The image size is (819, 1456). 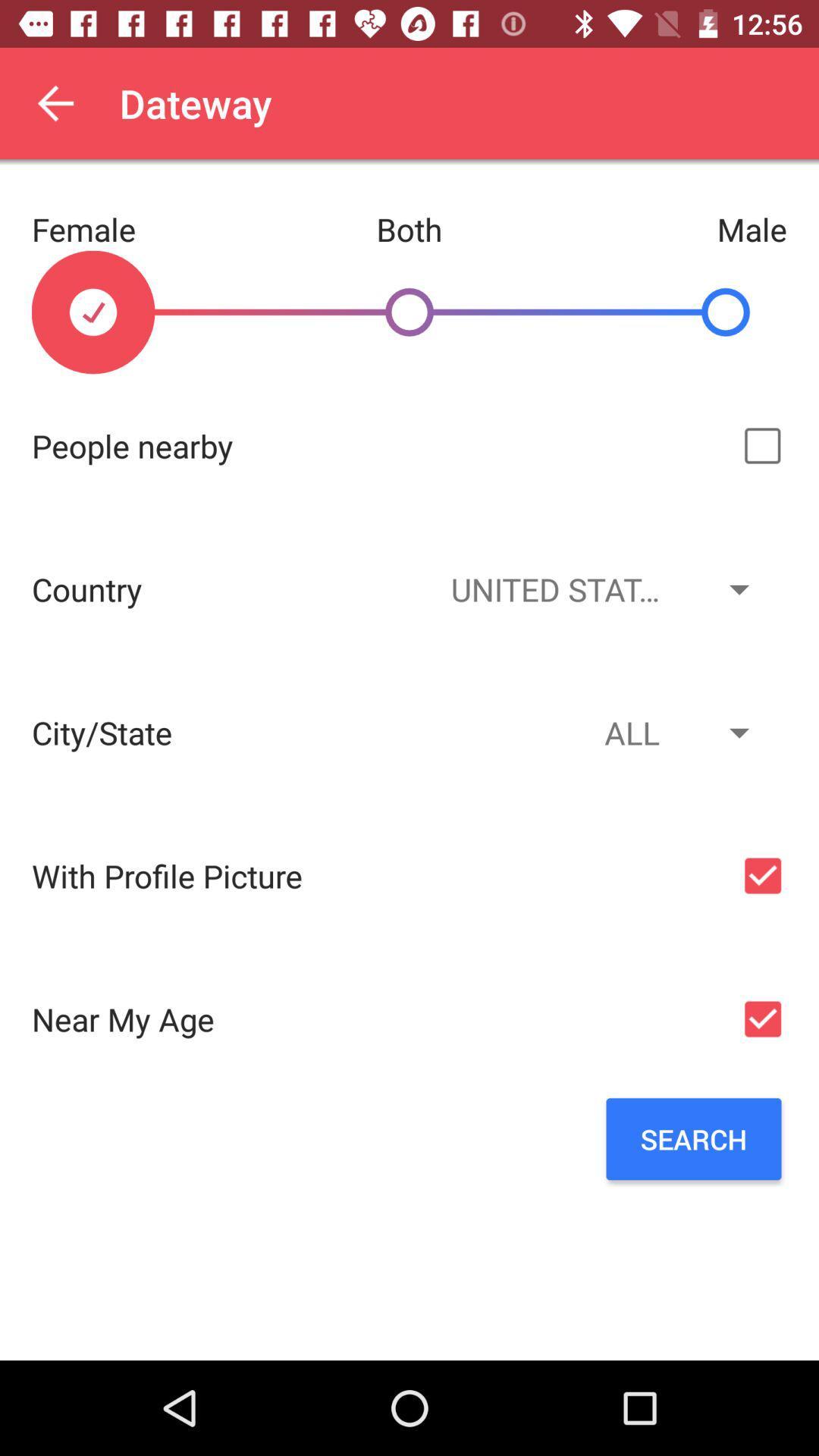 I want to click on the check box right to with profile picture, so click(x=763, y=876).